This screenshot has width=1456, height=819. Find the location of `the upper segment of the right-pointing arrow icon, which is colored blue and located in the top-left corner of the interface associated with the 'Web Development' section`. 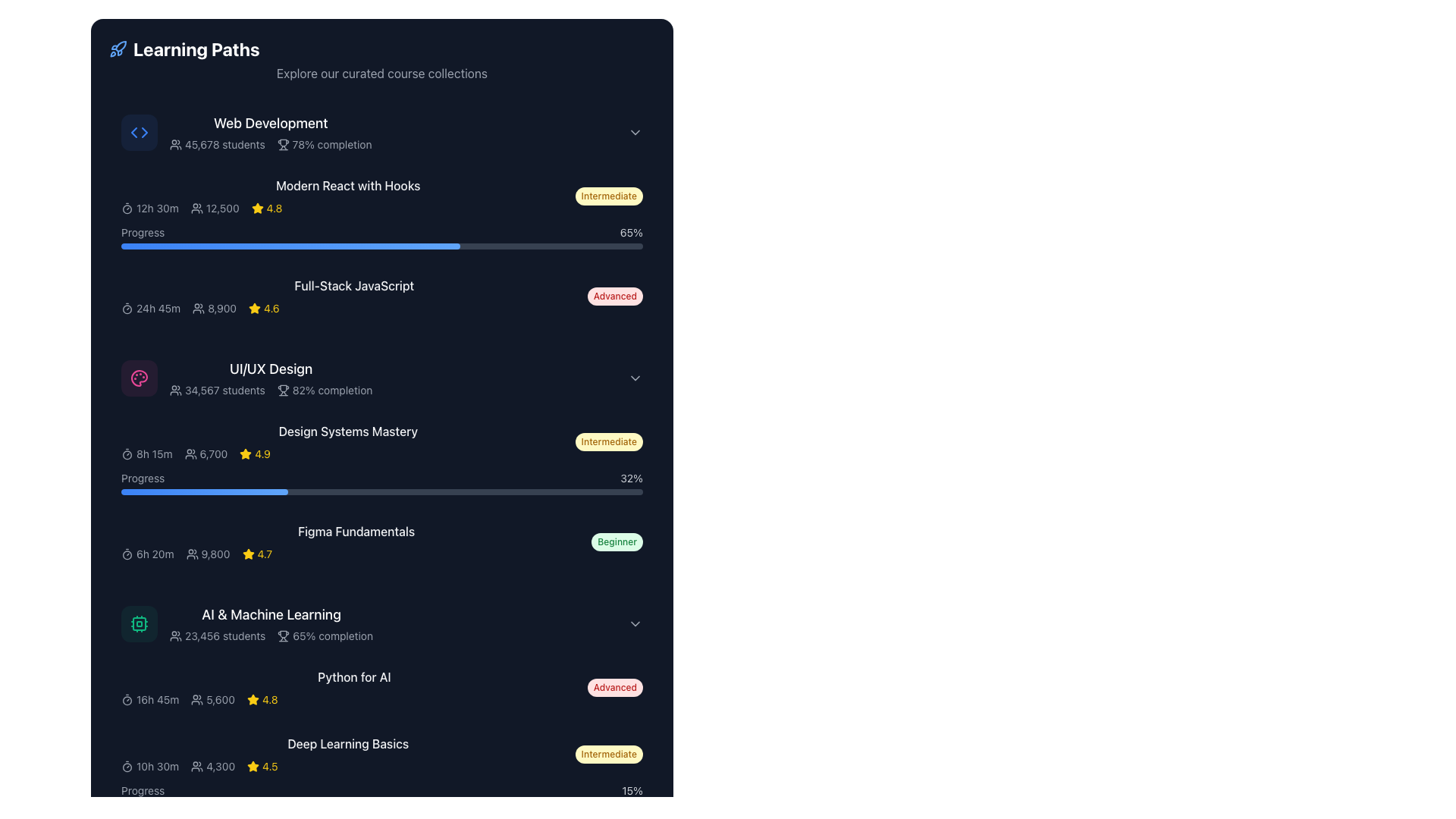

the upper segment of the right-pointing arrow icon, which is colored blue and located in the top-left corner of the interface associated with the 'Web Development' section is located at coordinates (145, 131).